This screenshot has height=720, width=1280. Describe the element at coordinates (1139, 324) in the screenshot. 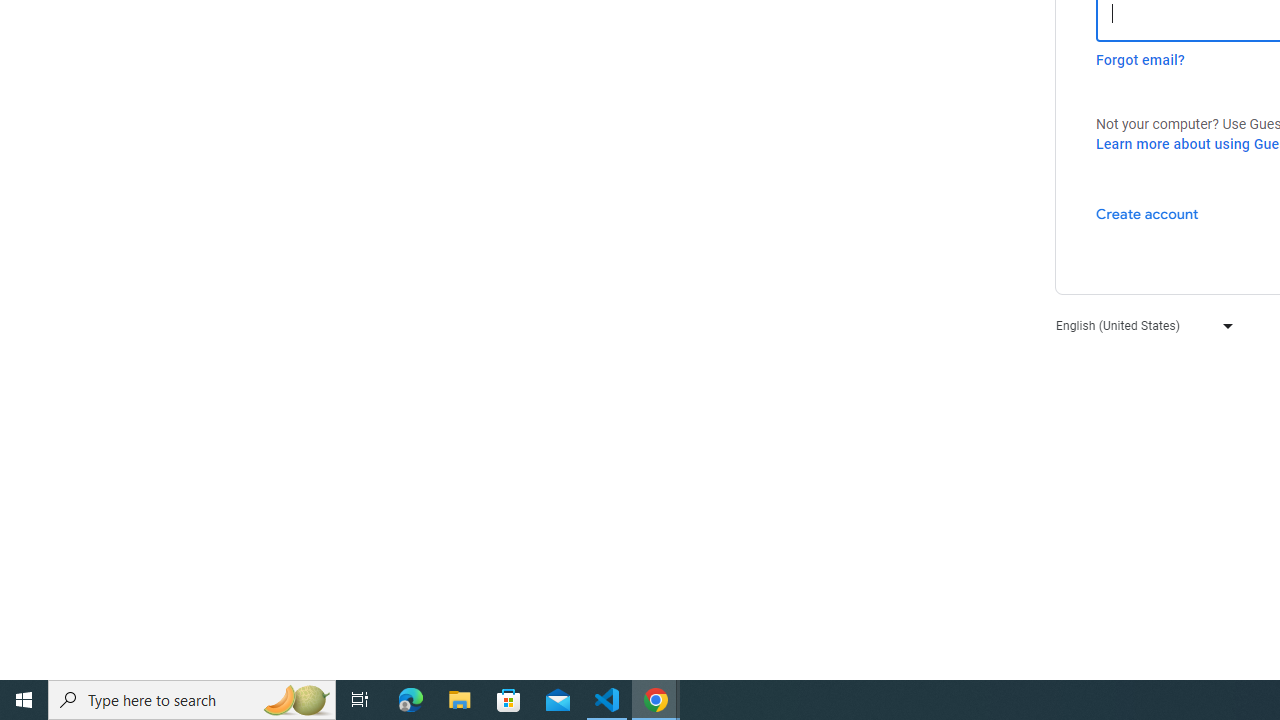

I see `'English (United States)'` at that location.